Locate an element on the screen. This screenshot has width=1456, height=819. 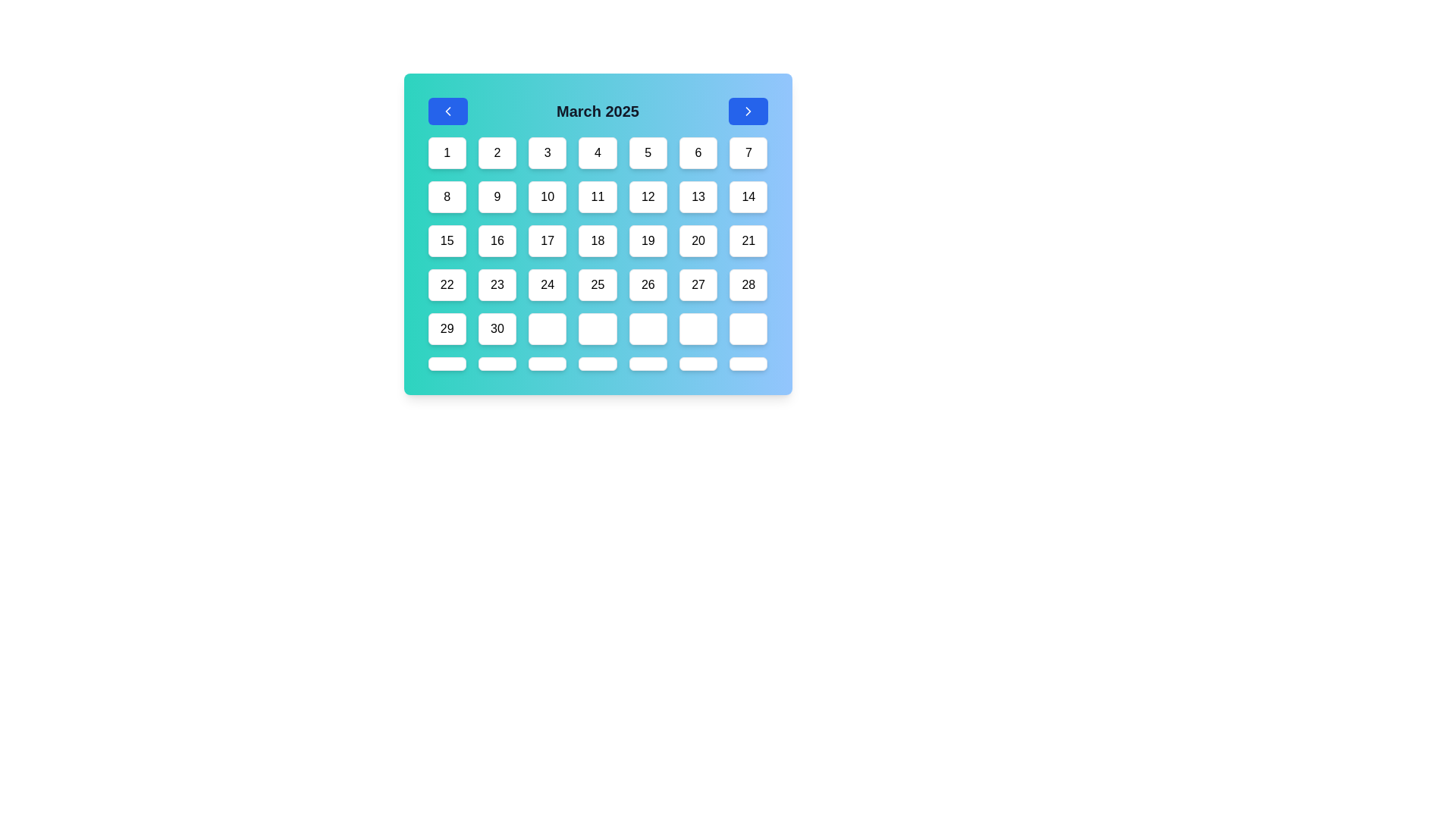
the left-pointing chevron icon rendered in white on a blue circular background is located at coordinates (447, 110).